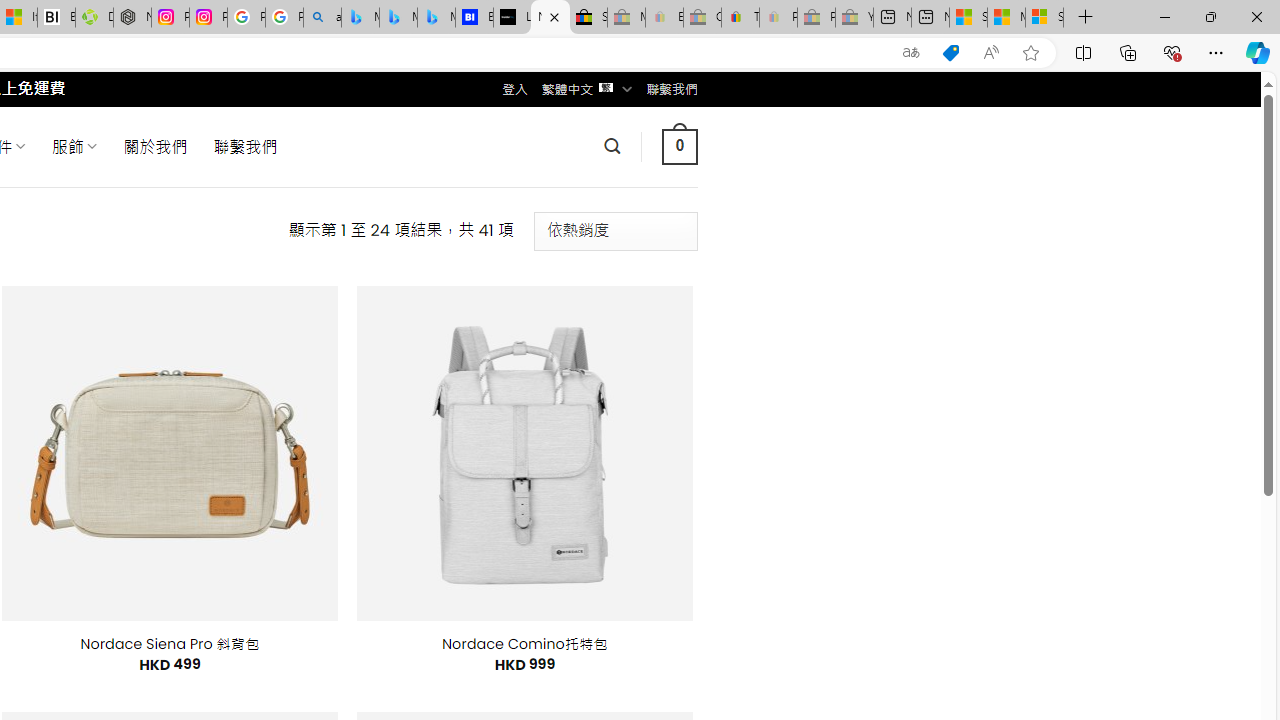  I want to click on 'Microsoft Bing Travel - Shangri-La Hotel Bangkok', so click(435, 17).